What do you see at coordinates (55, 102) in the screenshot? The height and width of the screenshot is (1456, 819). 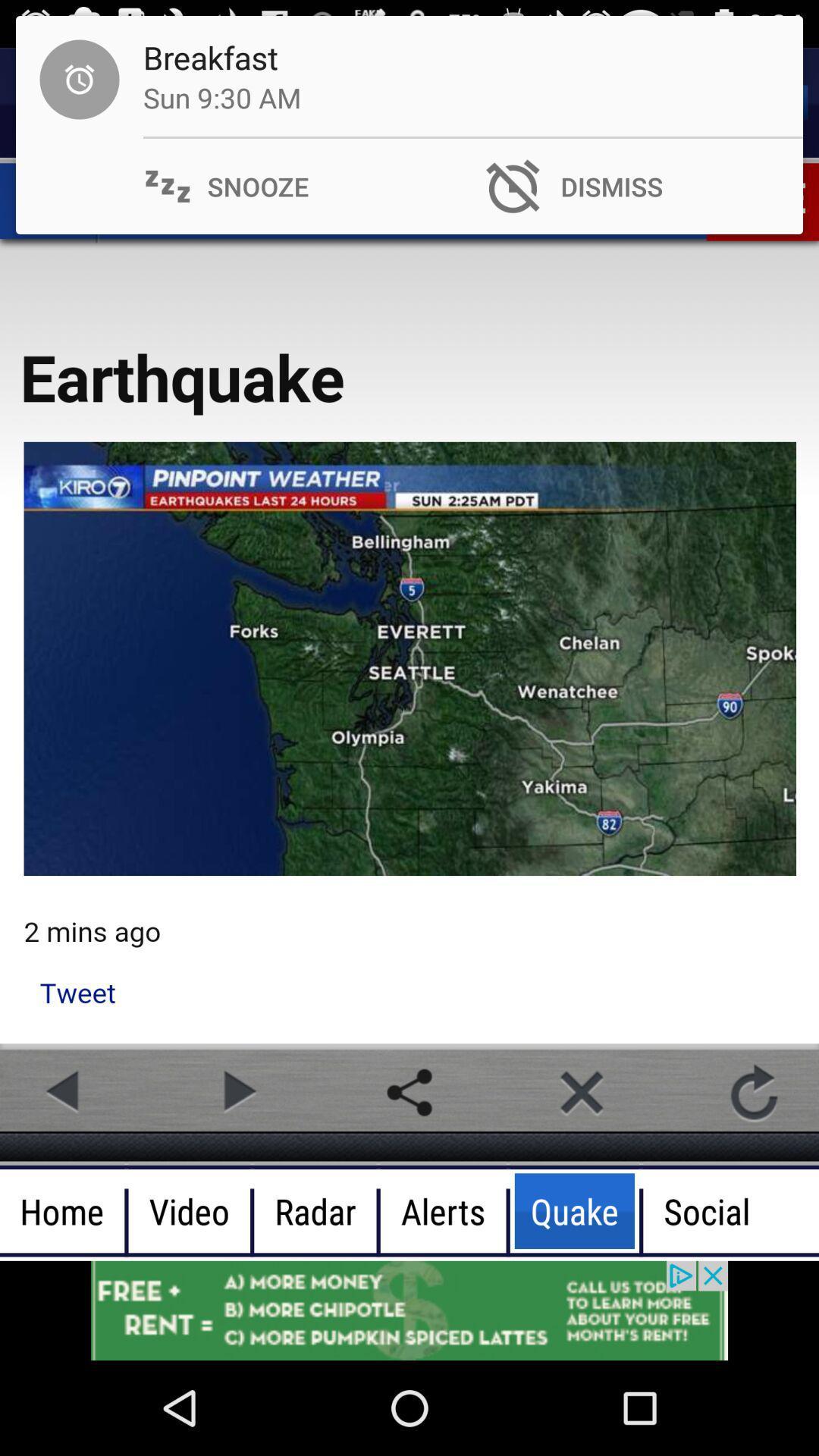 I see `the time icon` at bounding box center [55, 102].